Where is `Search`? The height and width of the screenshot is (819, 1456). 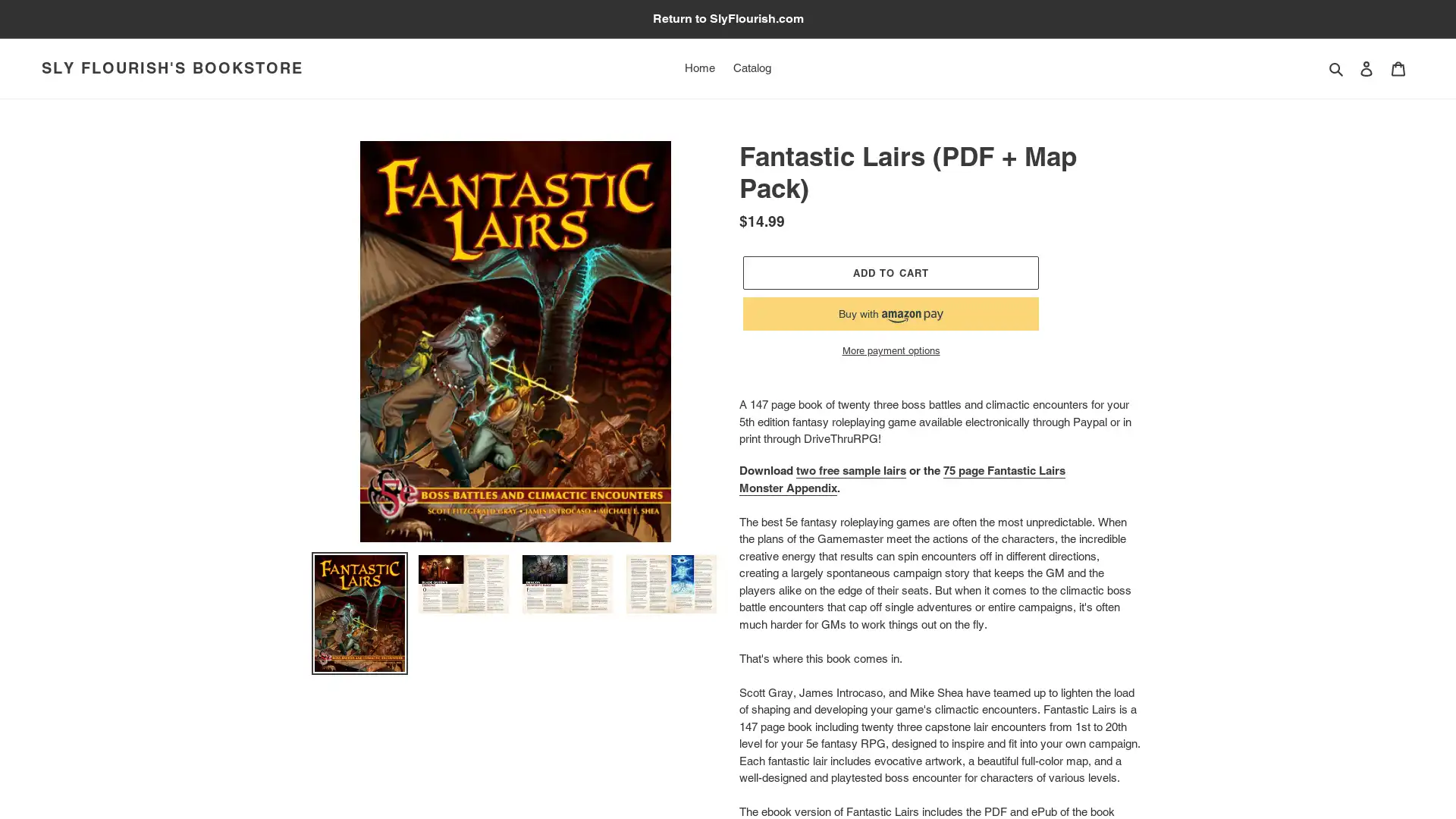
Search is located at coordinates (1337, 67).